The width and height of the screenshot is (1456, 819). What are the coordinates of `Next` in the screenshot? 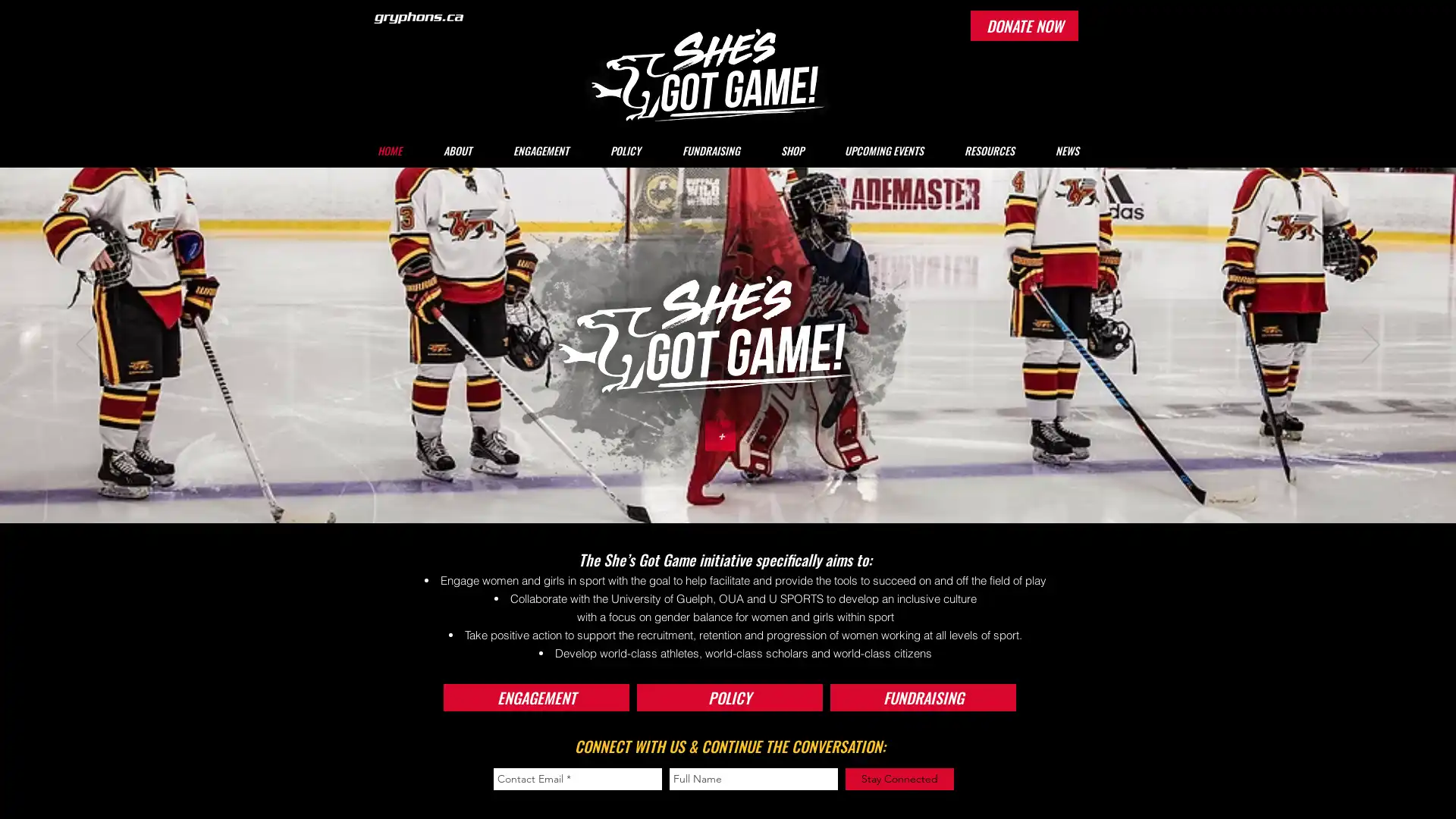 It's located at (1370, 345).